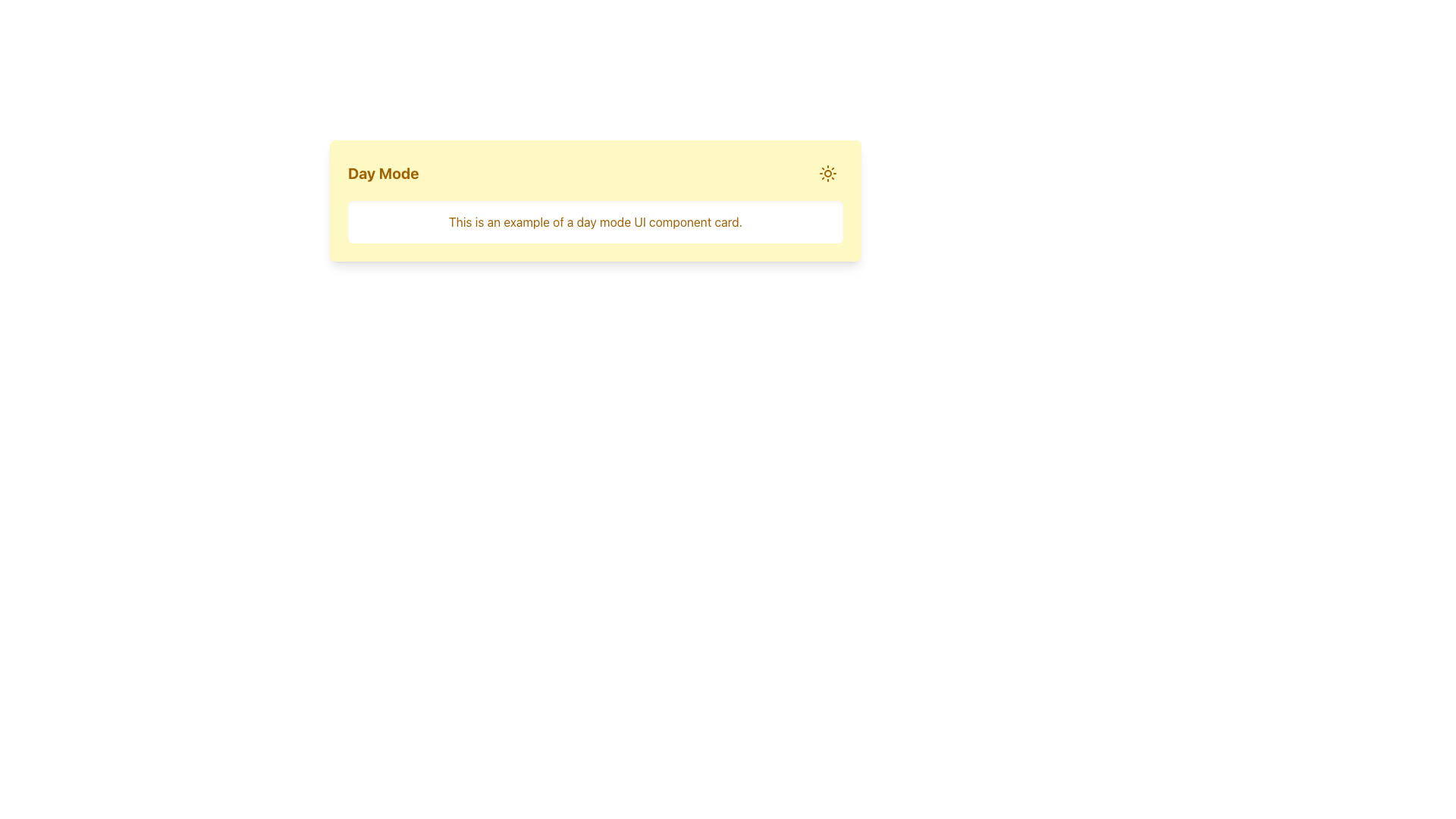 The width and height of the screenshot is (1456, 819). Describe the element at coordinates (827, 172) in the screenshot. I see `the circular button with a sun icon in the center, located in the top-right corner of the 'Day Mode' card` at that location.